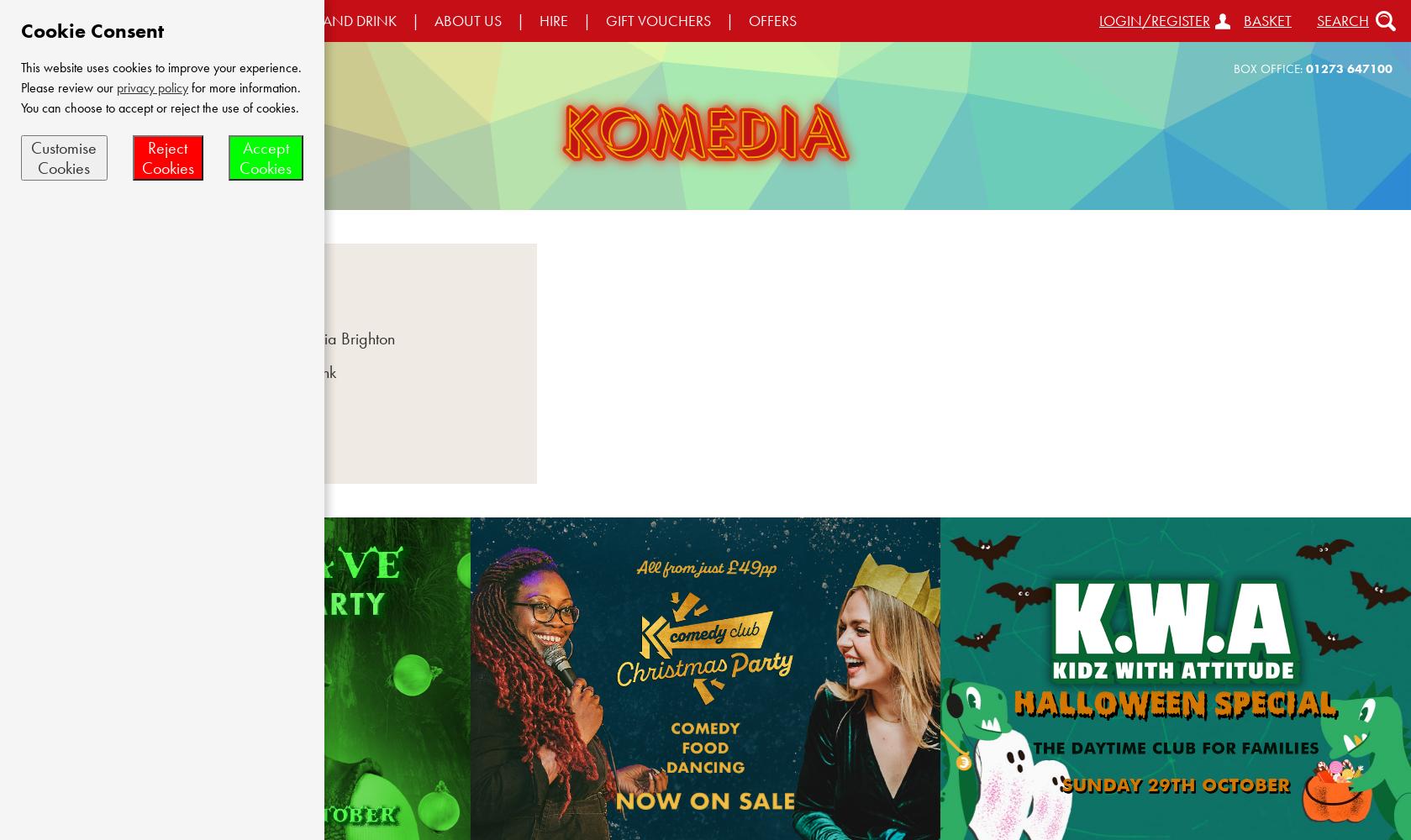 The image size is (1411, 840). Describe the element at coordinates (161, 97) in the screenshot. I see `'for more information. You can choose to accept or reject the use of cookies.'` at that location.